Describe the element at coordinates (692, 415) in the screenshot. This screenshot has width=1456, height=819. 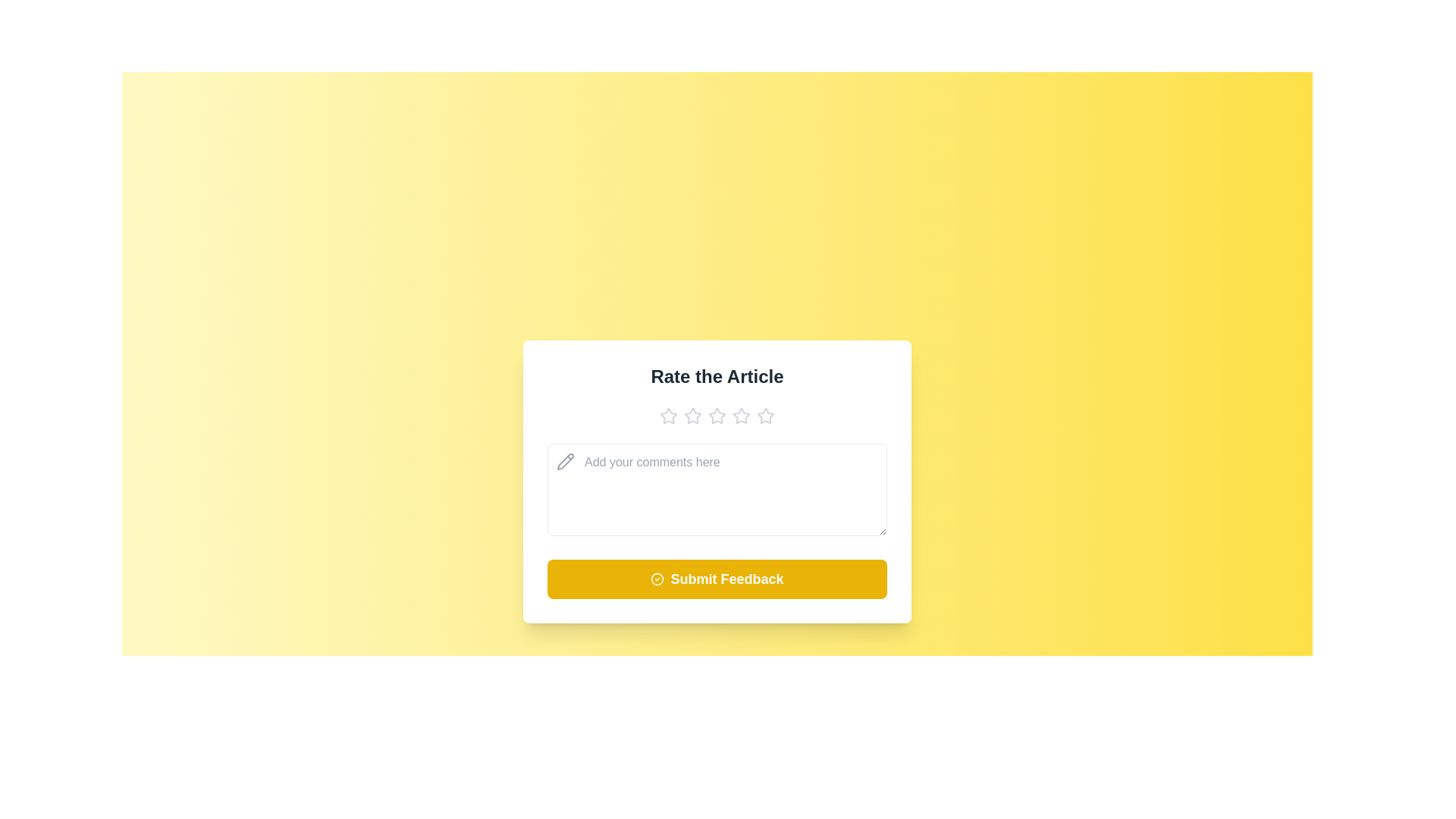
I see `the second star icon in the horizontal series of five stars under the text 'Rate the Article'` at that location.